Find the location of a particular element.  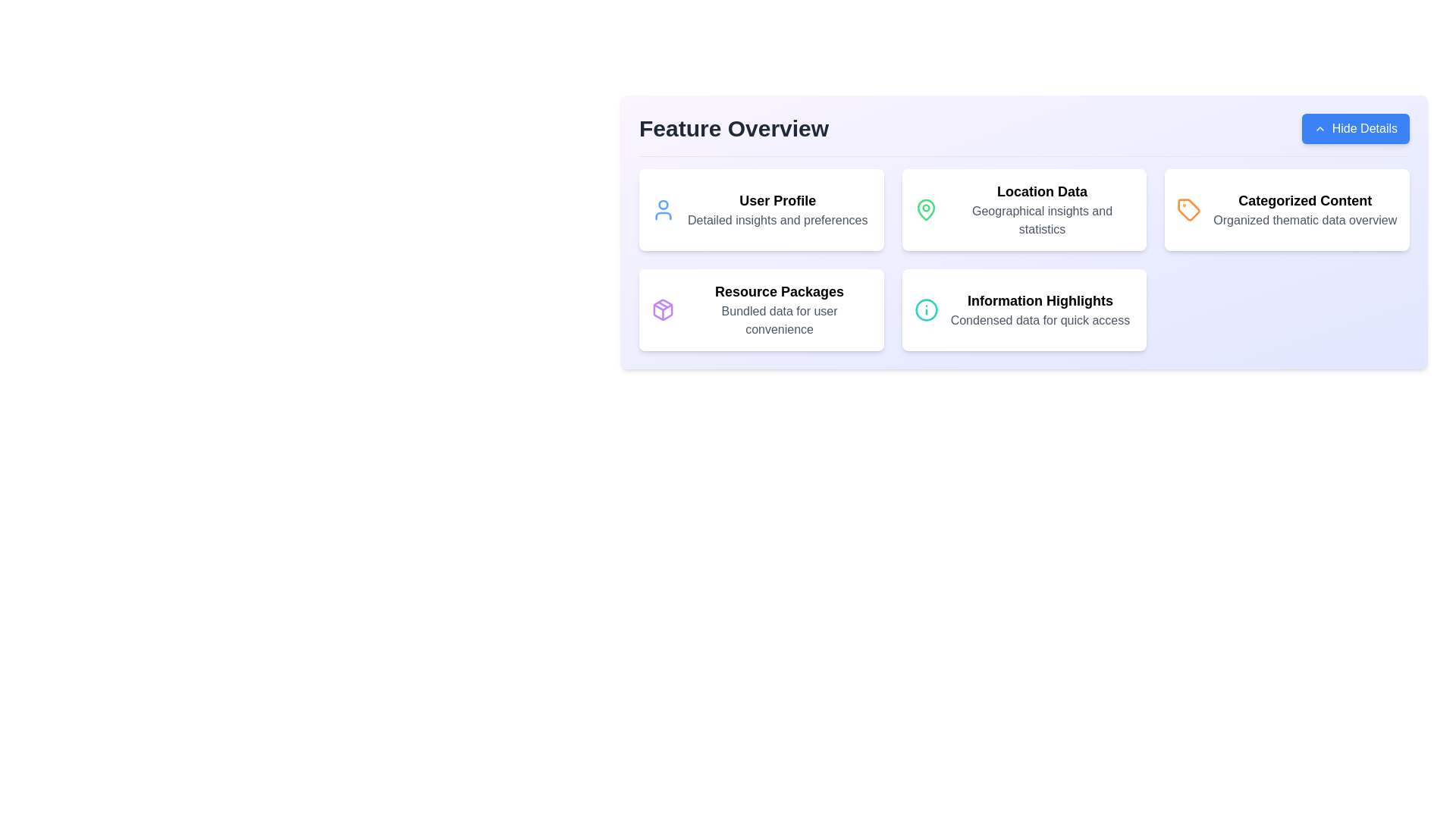

the Informative Card, which is a card-like component with a white background and an orange tag icon, located in the top-right corner of the grid layout is located at coordinates (1286, 210).